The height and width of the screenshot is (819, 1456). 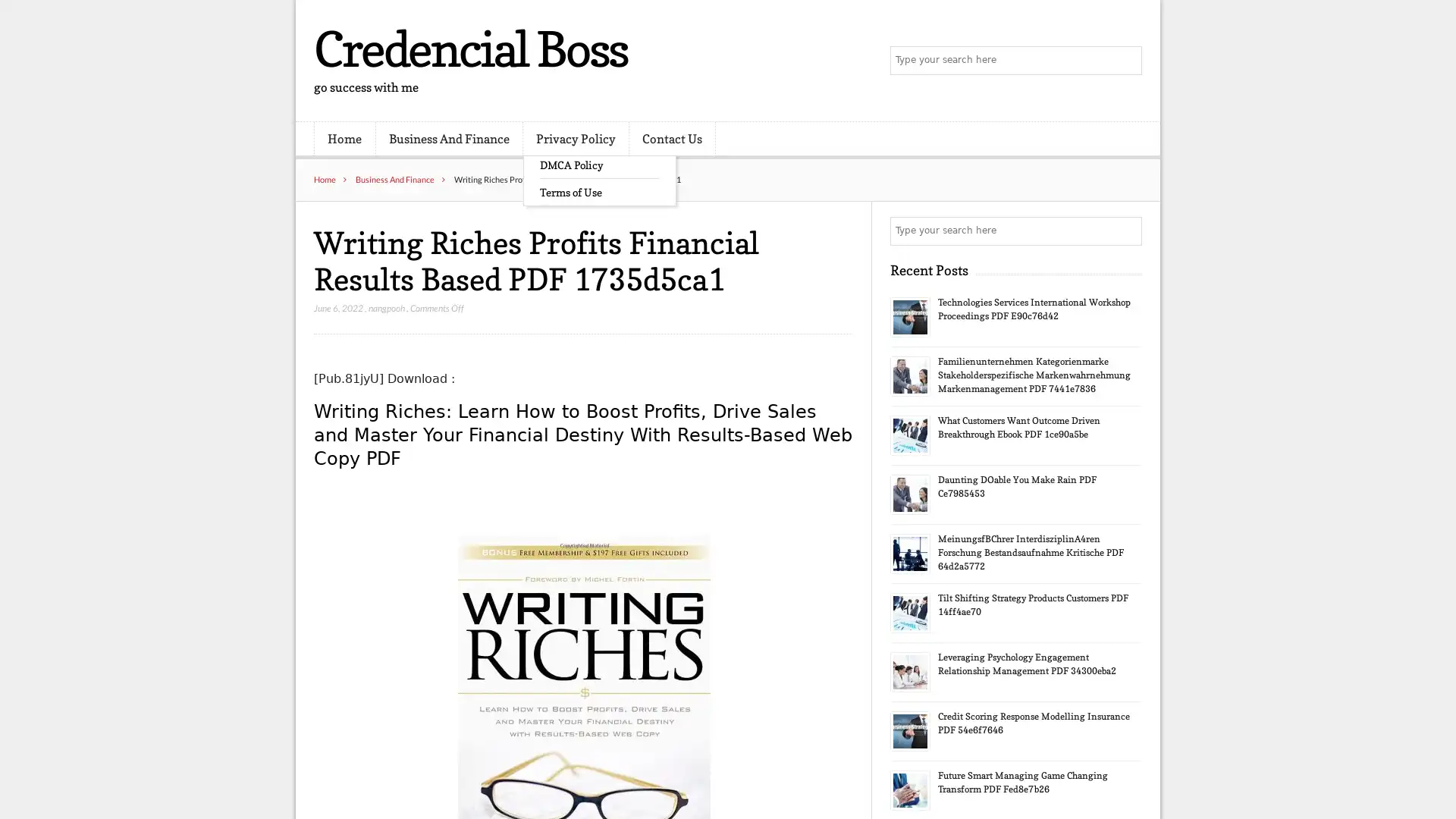 What do you see at coordinates (1126, 231) in the screenshot?
I see `Search` at bounding box center [1126, 231].